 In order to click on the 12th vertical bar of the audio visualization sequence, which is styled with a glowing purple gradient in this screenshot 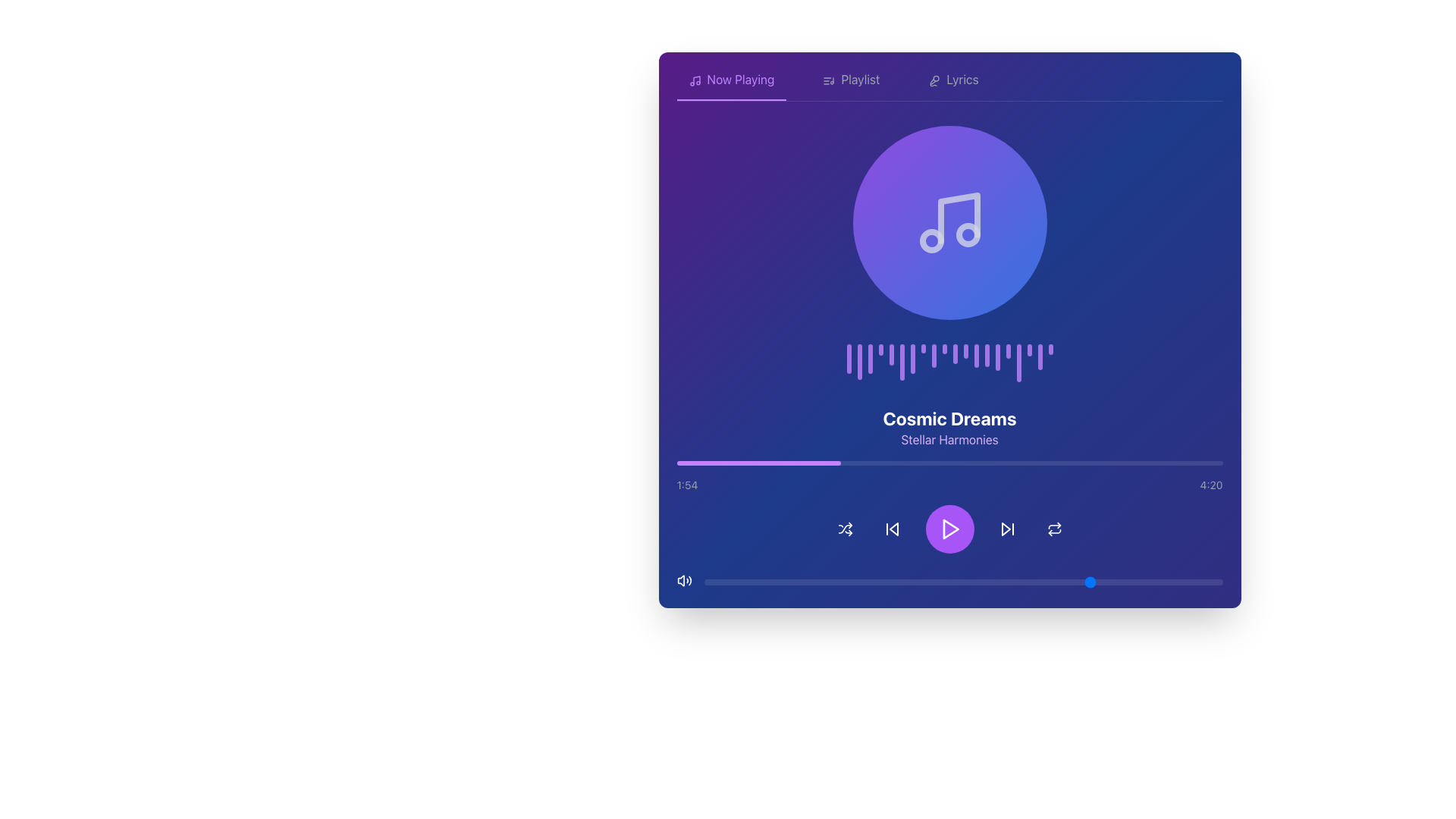, I will do `click(965, 351)`.